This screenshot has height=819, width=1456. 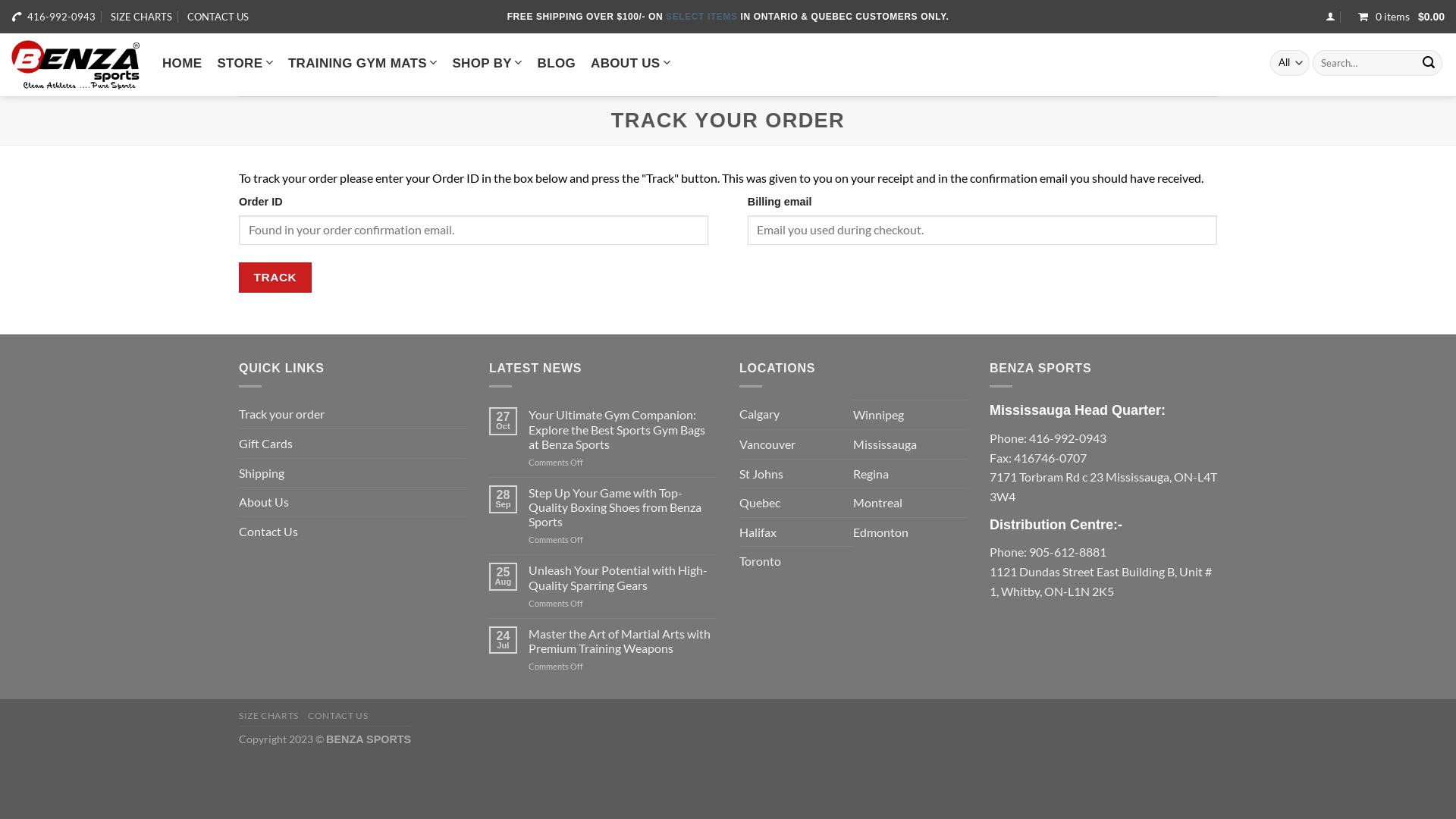 I want to click on 'Search', so click(x=1427, y=62).